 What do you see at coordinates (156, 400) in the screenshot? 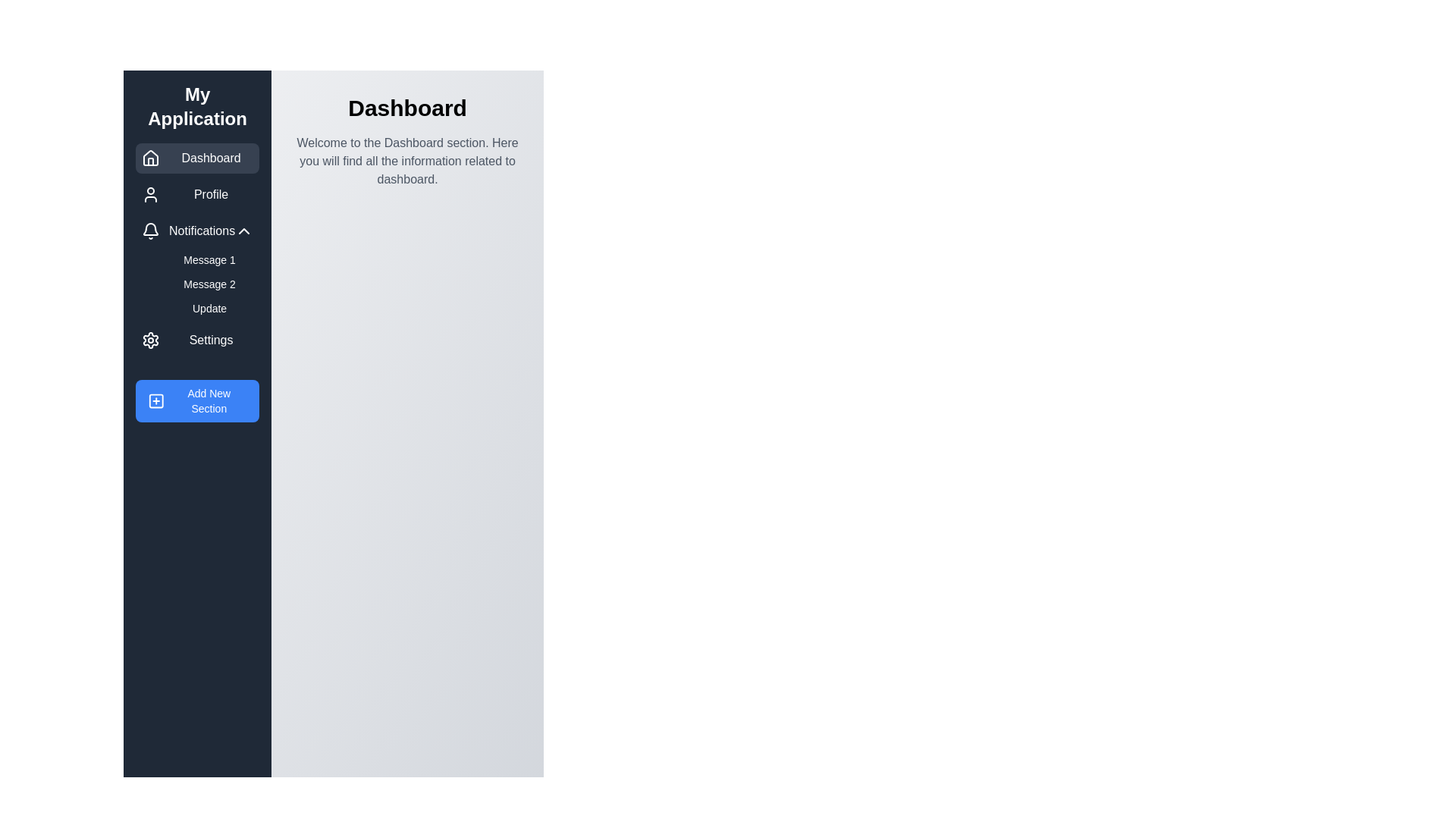
I see `the blue square icon with a white outline and a plus symbol, which is embedded in the 'Add New Section' button located in the lower part of the navigation bar on the left side` at bounding box center [156, 400].